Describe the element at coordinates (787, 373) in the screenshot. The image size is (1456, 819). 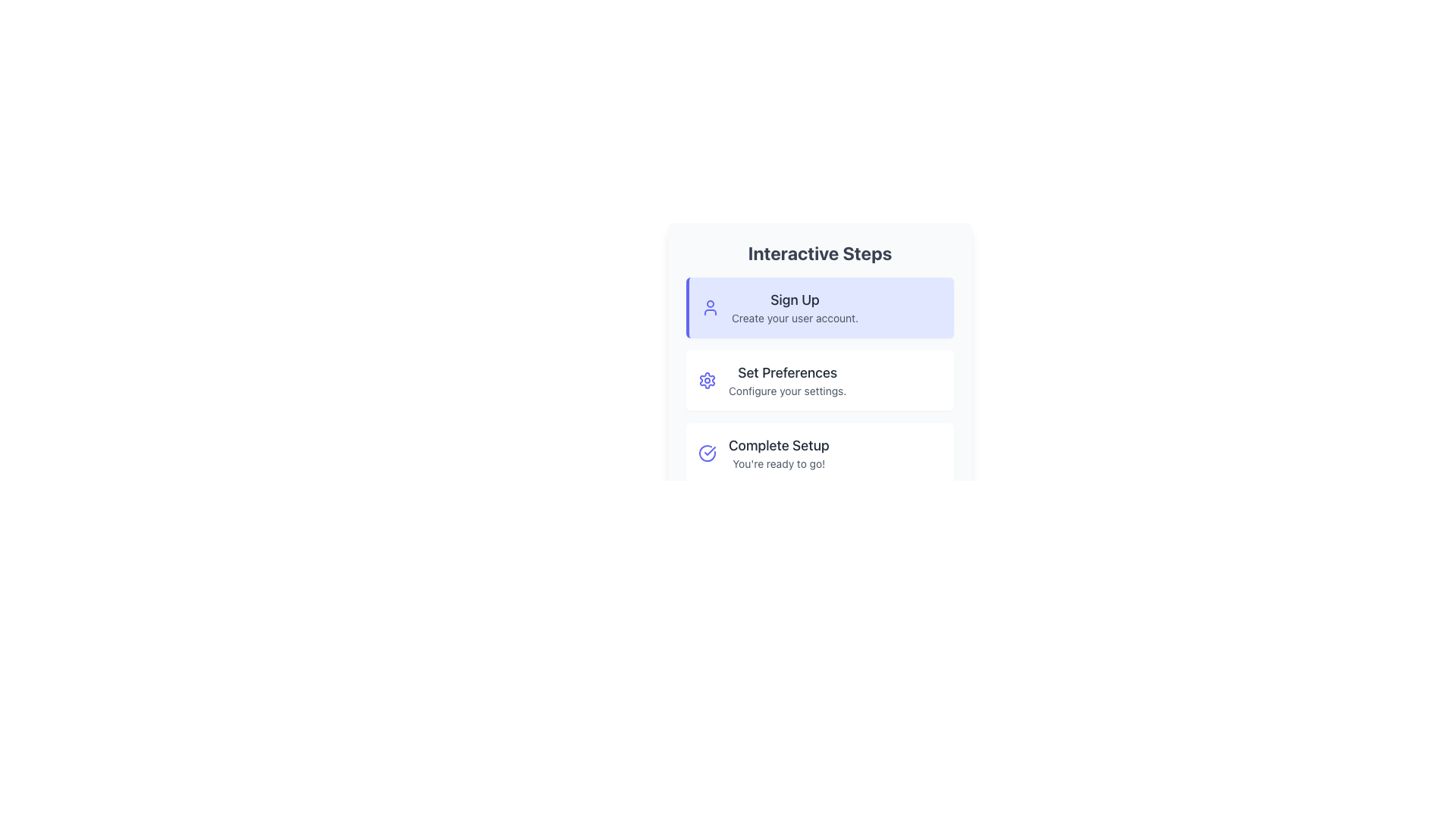
I see `the 'Set Preferences' text label, which is a medium-weight dark gray string prominently displayed above 'Configure your settings' in the 'Interactive Steps' section` at that location.